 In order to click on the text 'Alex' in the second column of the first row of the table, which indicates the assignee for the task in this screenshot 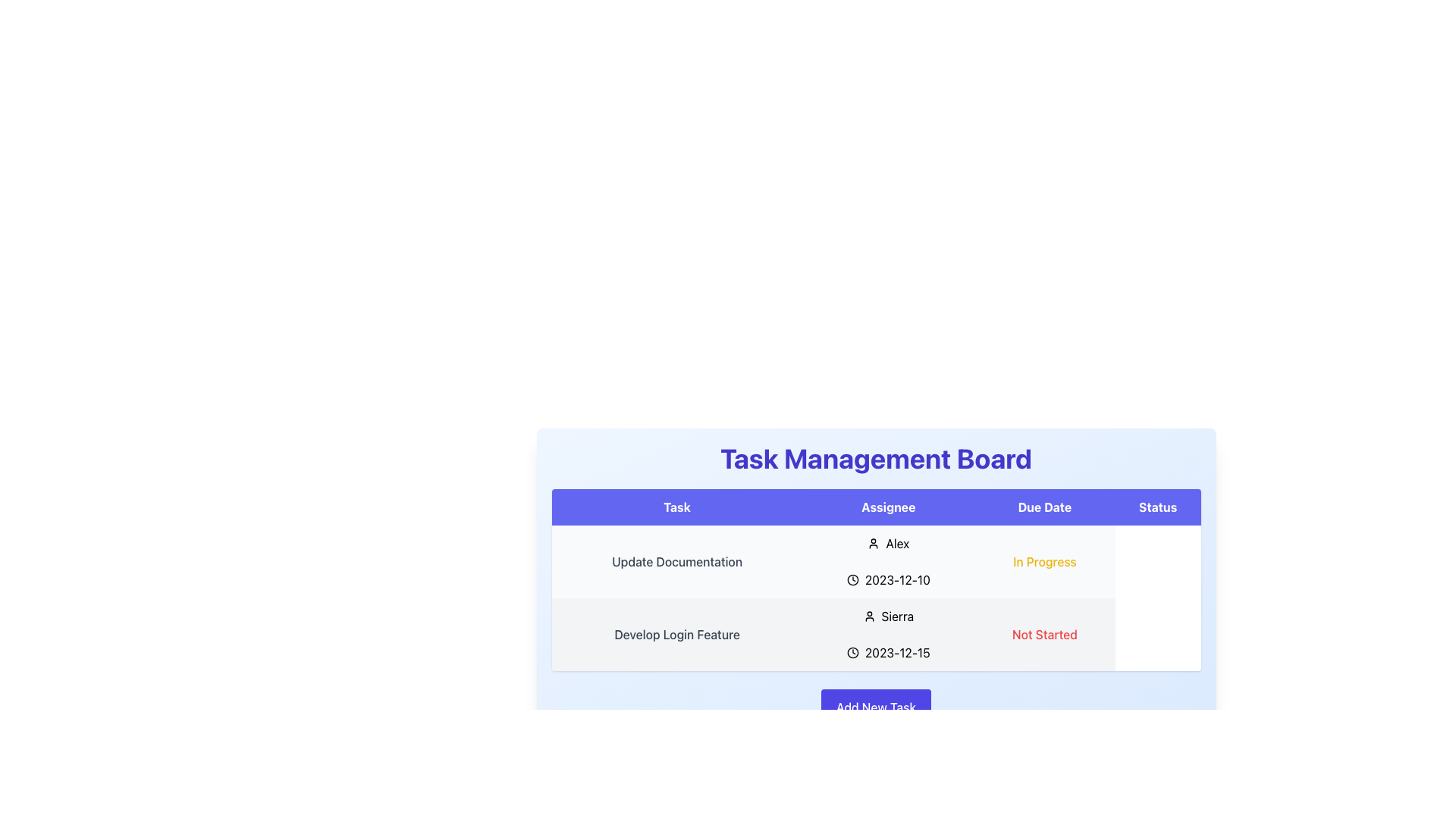, I will do `click(897, 543)`.